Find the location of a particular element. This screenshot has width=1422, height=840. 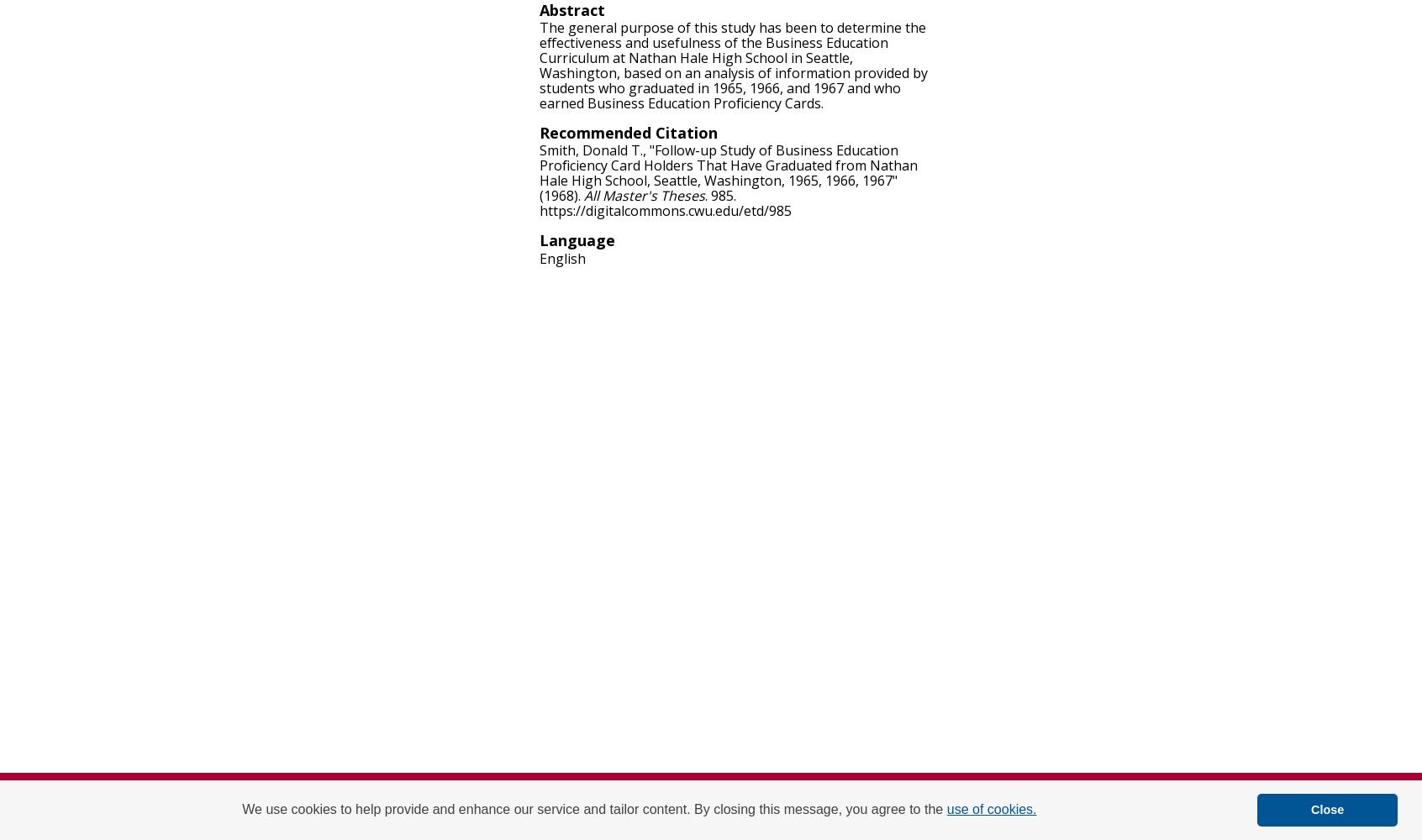

'Smith, Donald T., "Follow-up Study of Business Education Proficiency Card Holders That Have Graduated from Nathan Hale High School, Seattle, Washington, 1965, 1966, 1967" (1968).' is located at coordinates (727, 172).